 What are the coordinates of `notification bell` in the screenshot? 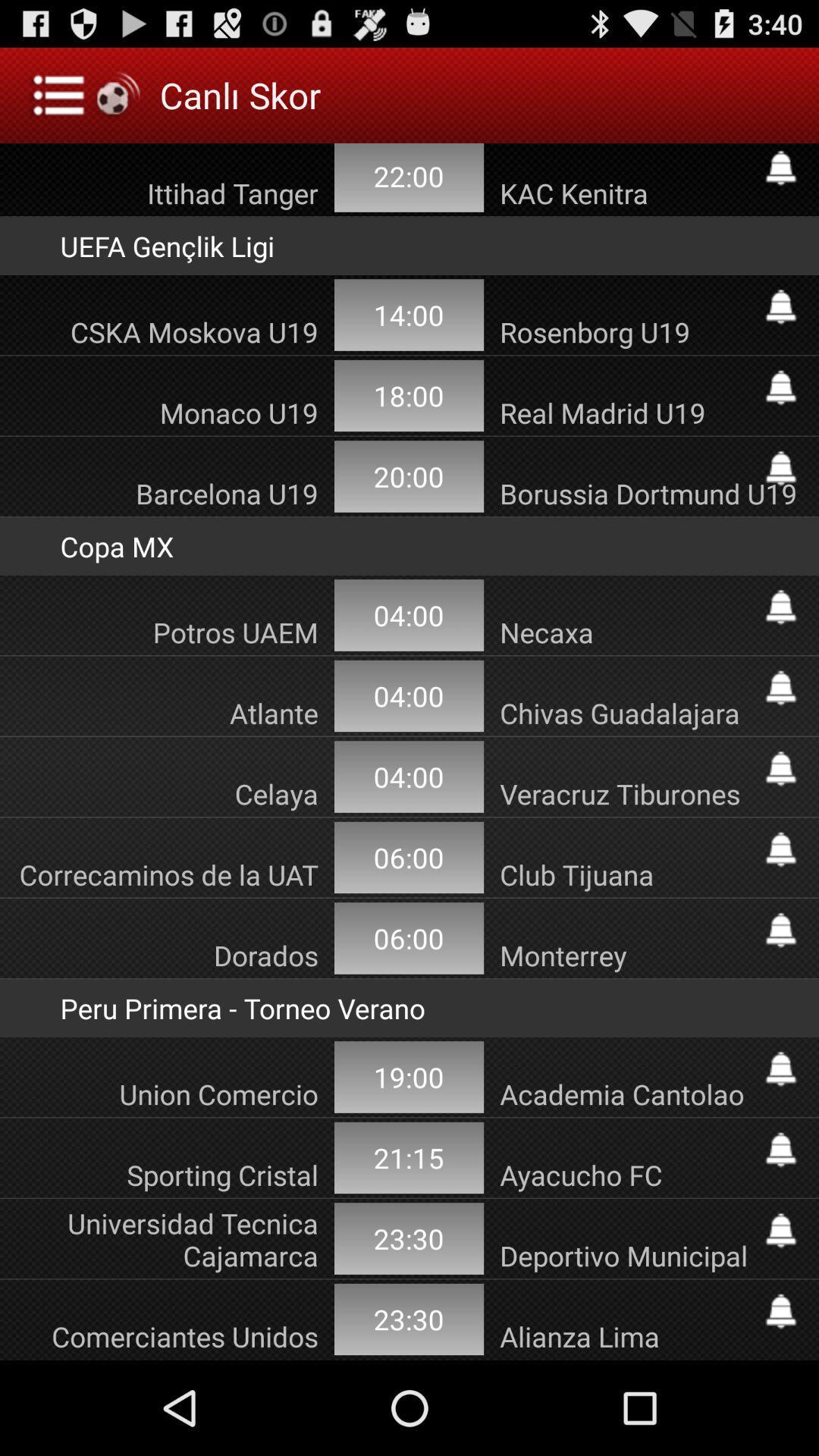 It's located at (780, 1068).